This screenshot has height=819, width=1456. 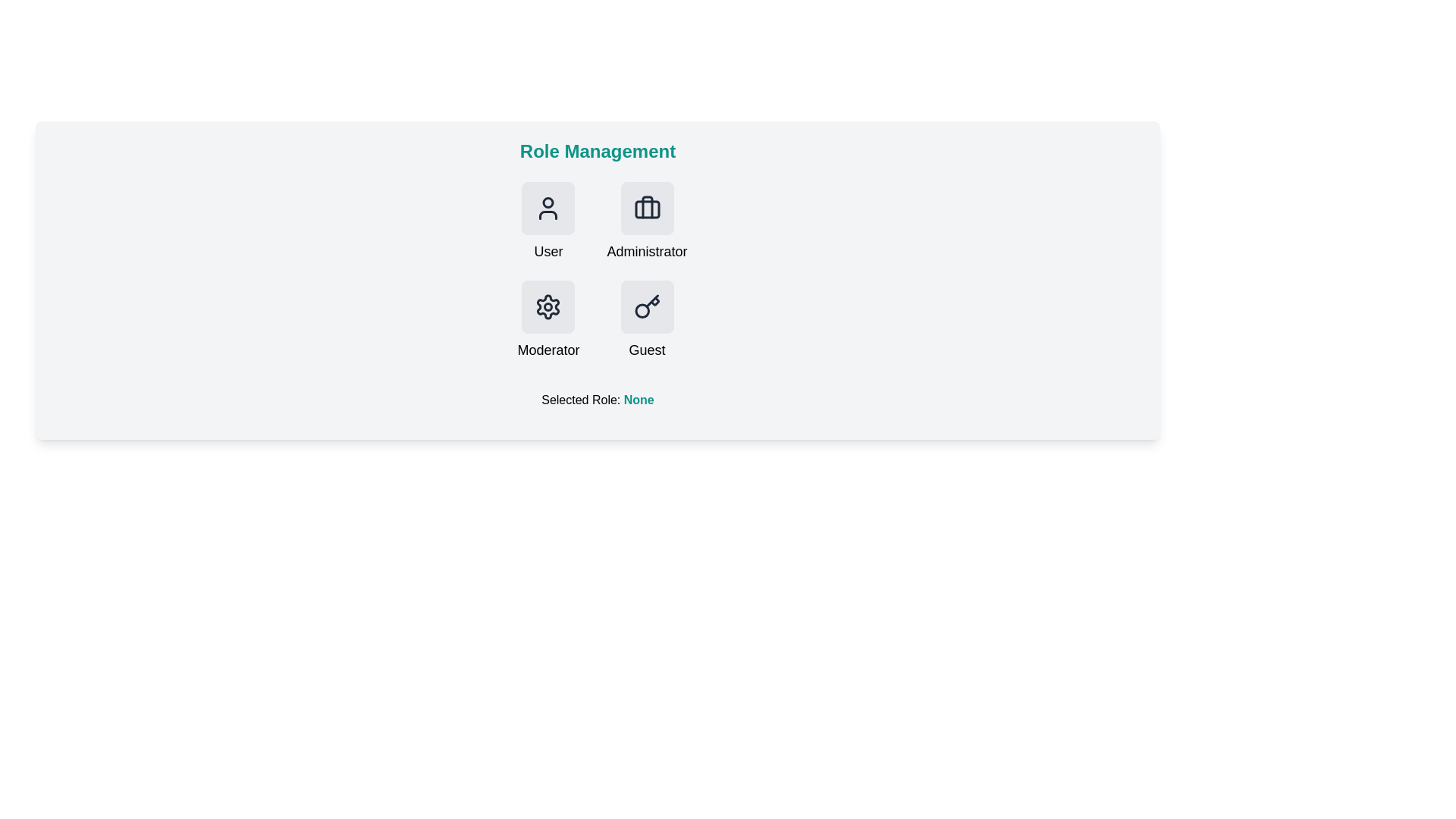 What do you see at coordinates (548, 208) in the screenshot?
I see `the user icon, which resembles a simplified human profile with a dark color on a light gray rounded square background` at bounding box center [548, 208].